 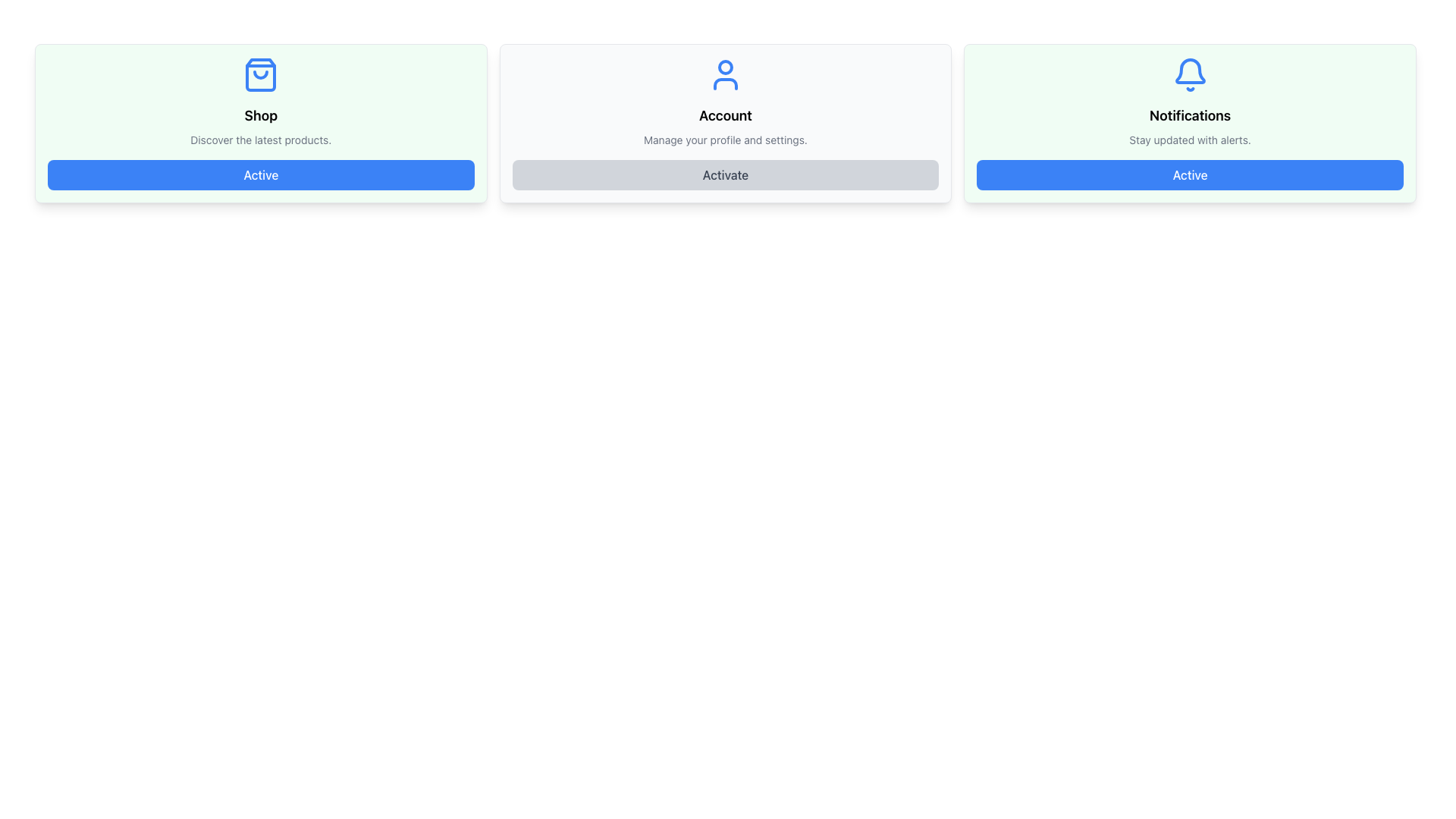 What do you see at coordinates (724, 75) in the screenshot?
I see `the user account profile icon located centrally above the 'Account' text and description in the middle card of three similar cards` at bounding box center [724, 75].